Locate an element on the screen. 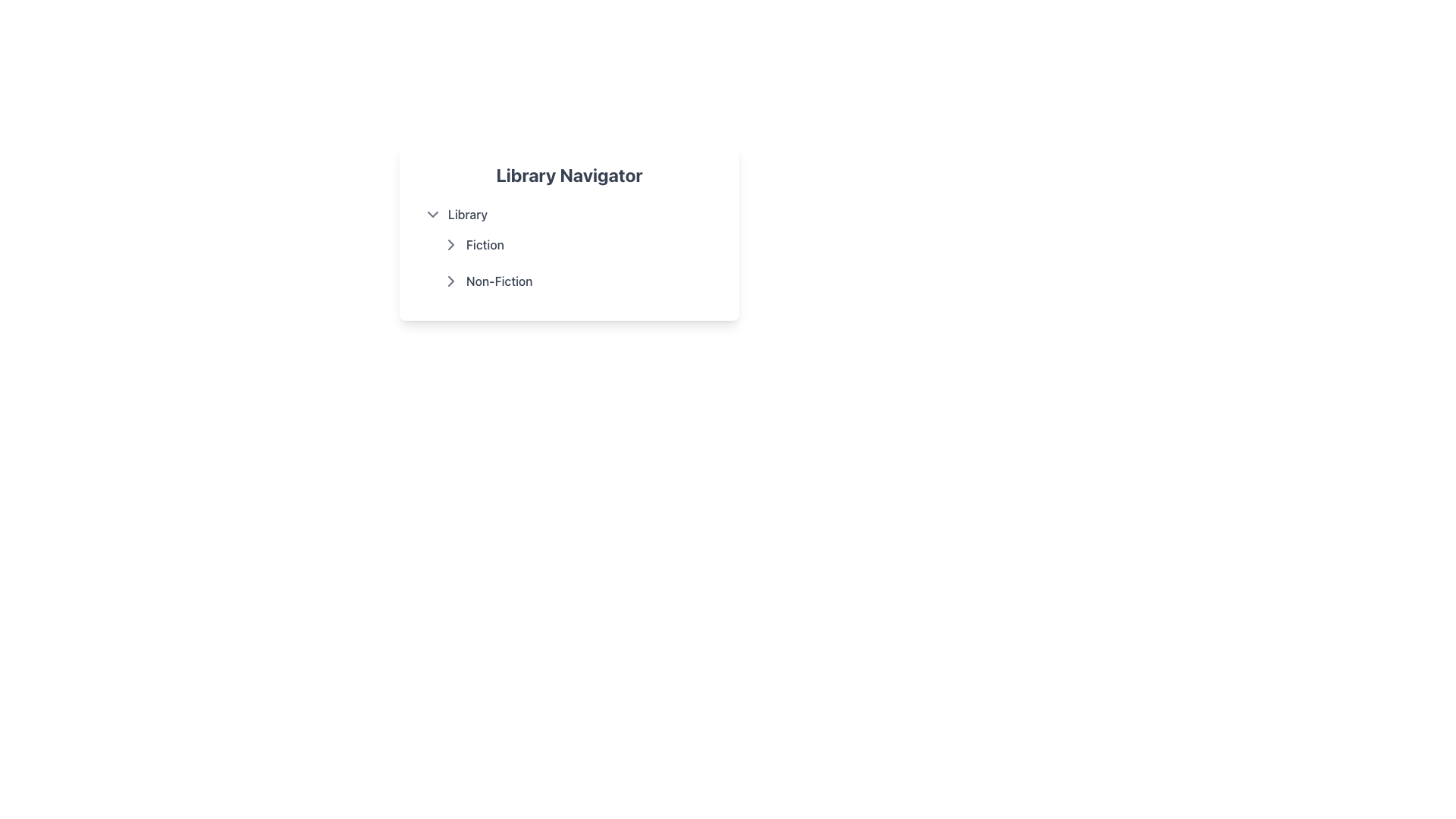 This screenshot has width=1456, height=819. the 'Fiction' Expandable List Item, which features a right-pointing triangle indicating a collapsible menu, located centrally under the 'Library' section is located at coordinates (578, 244).